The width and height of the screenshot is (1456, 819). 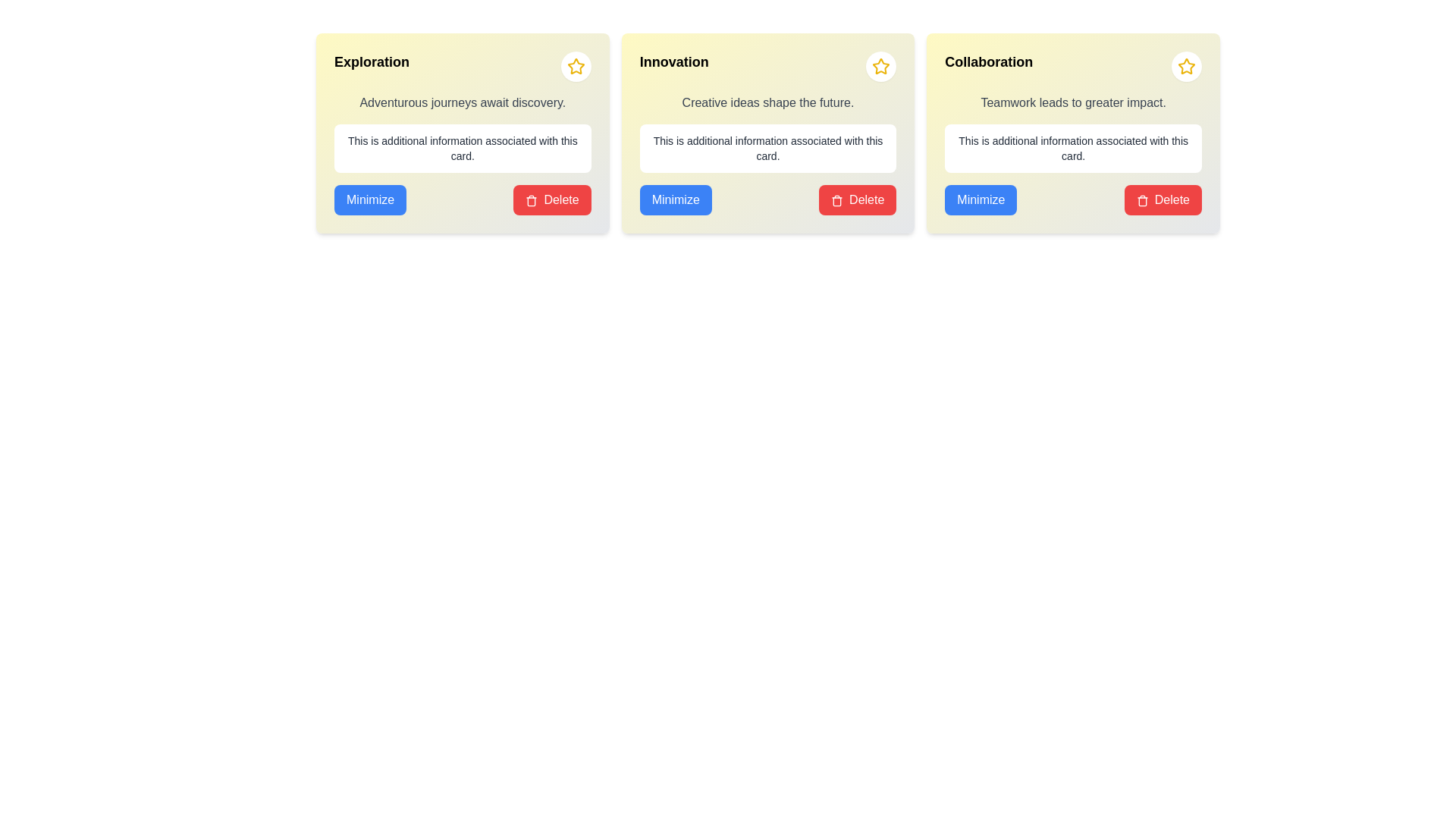 What do you see at coordinates (575, 66) in the screenshot?
I see `the star-shaped icon with a yellow outline located at the top-right corner of the 'Innovation' card` at bounding box center [575, 66].